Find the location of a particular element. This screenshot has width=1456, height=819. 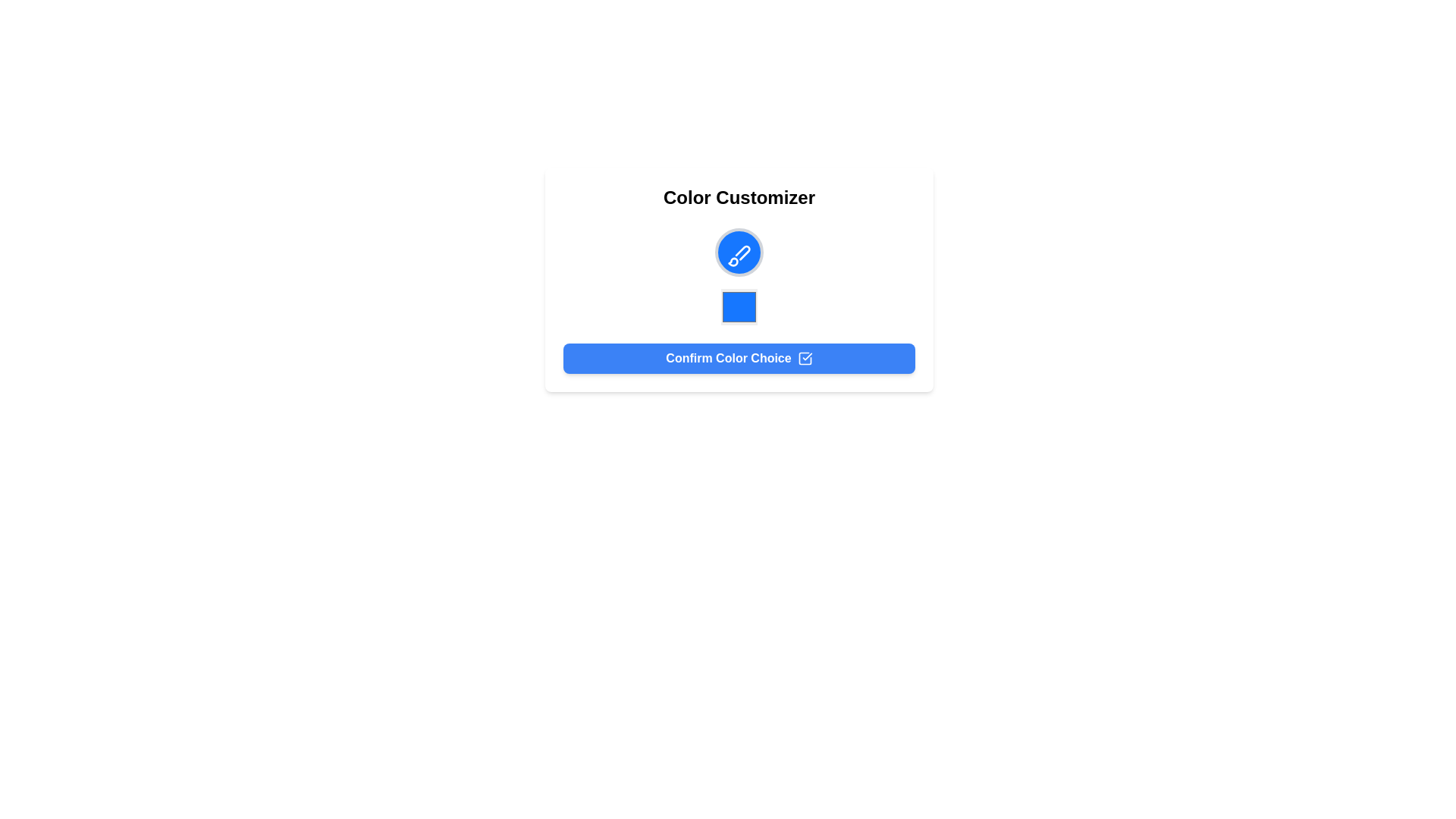

the title text element located at the top of its containing card, which serves as the heading for the interactive interface is located at coordinates (739, 197).